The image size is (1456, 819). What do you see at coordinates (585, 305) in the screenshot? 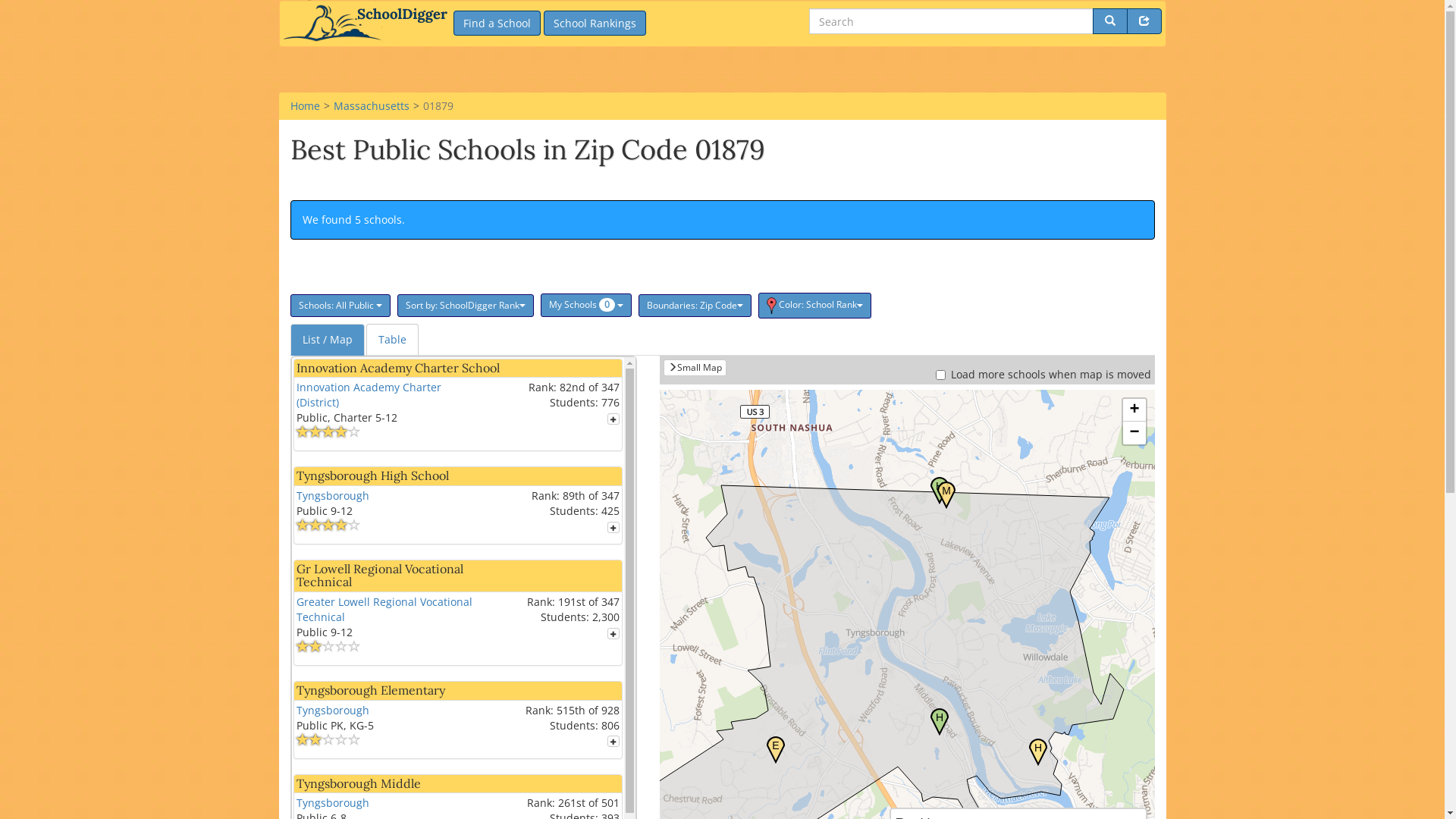
I see `'My Schools 0 '` at bounding box center [585, 305].